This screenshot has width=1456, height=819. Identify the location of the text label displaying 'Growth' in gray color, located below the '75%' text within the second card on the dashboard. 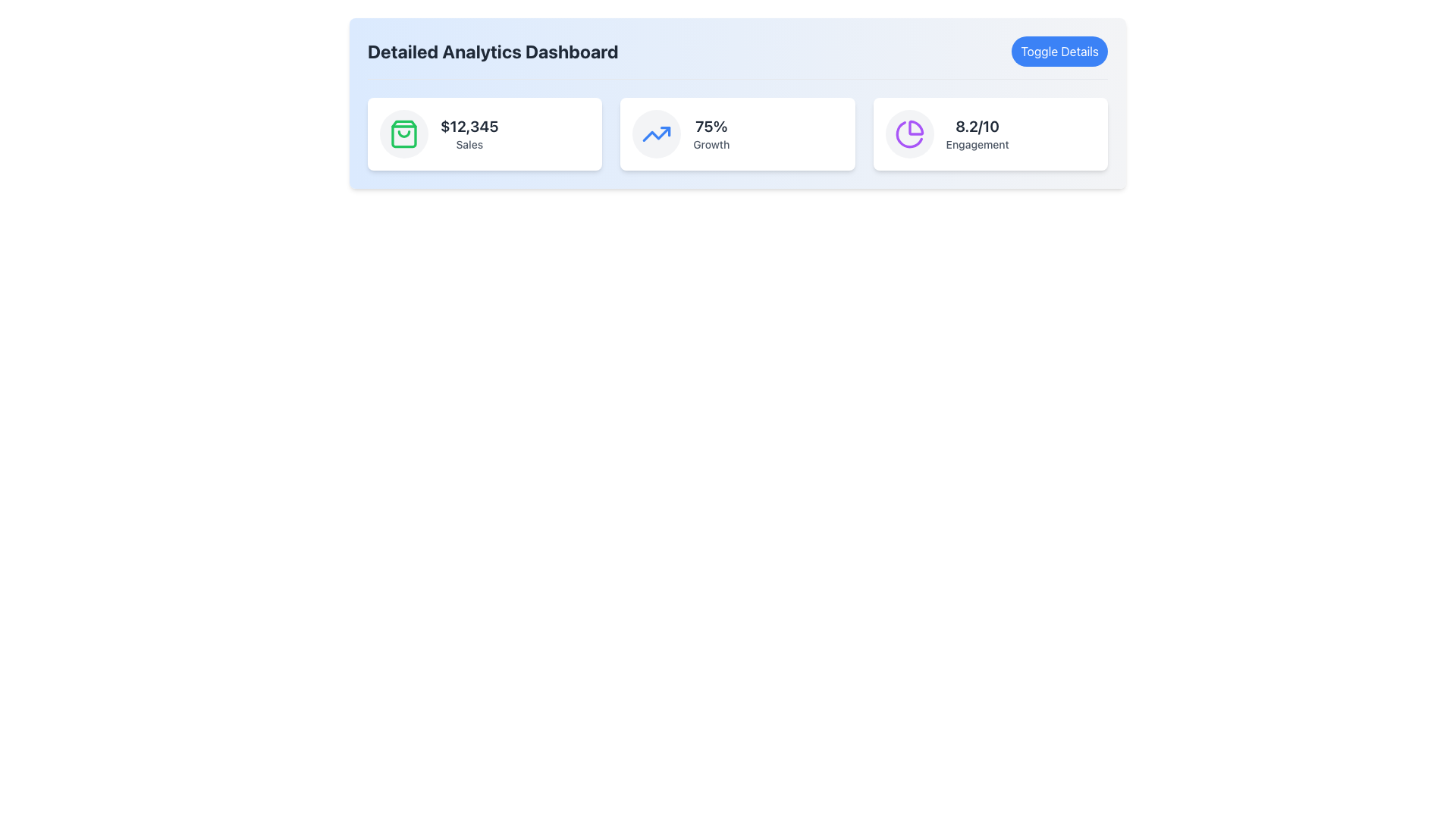
(711, 145).